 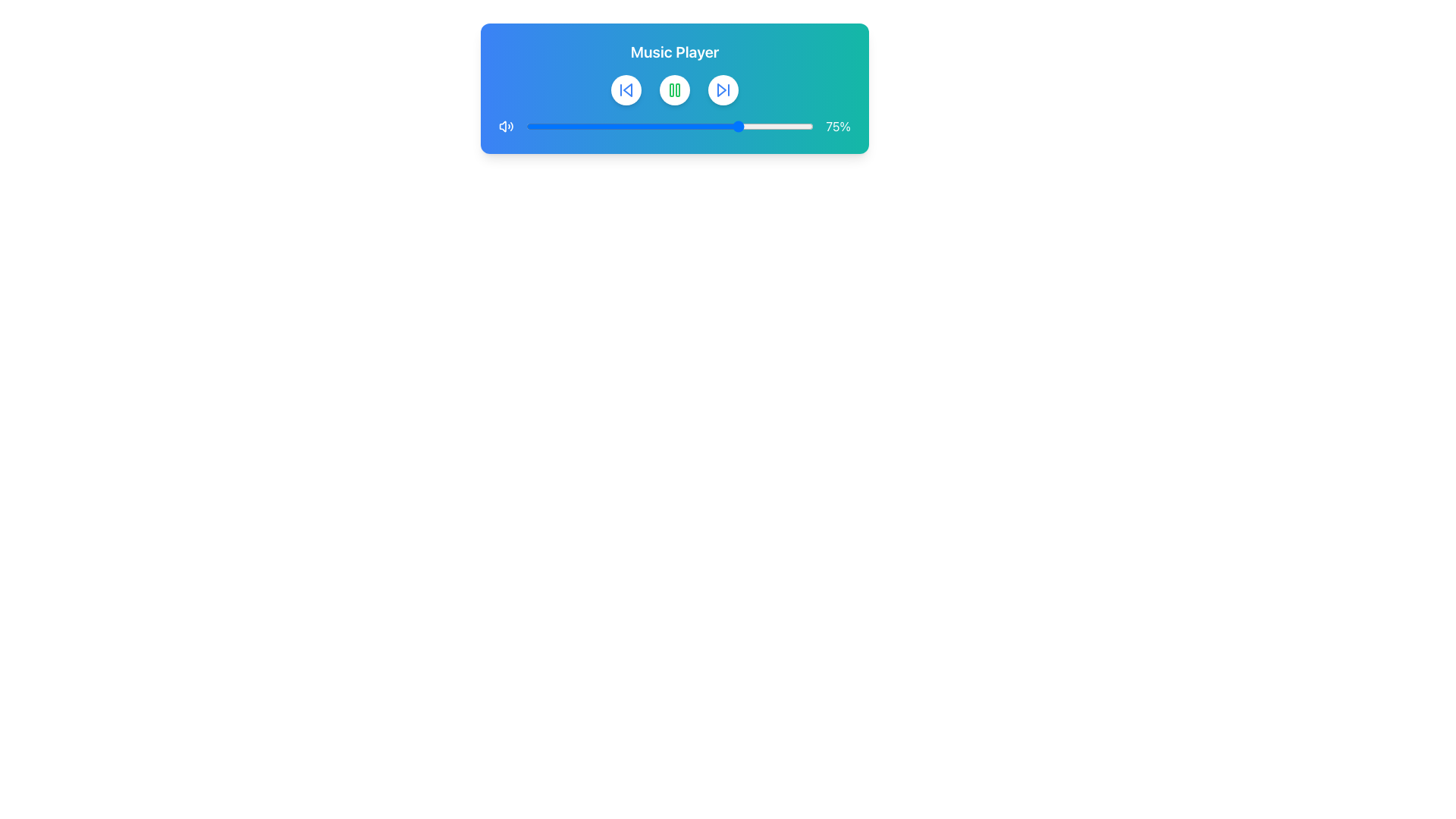 What do you see at coordinates (671, 90) in the screenshot?
I see `the left vertical bar of the pause button icon, which is part of the media playback interface, located at the center of the interface` at bounding box center [671, 90].